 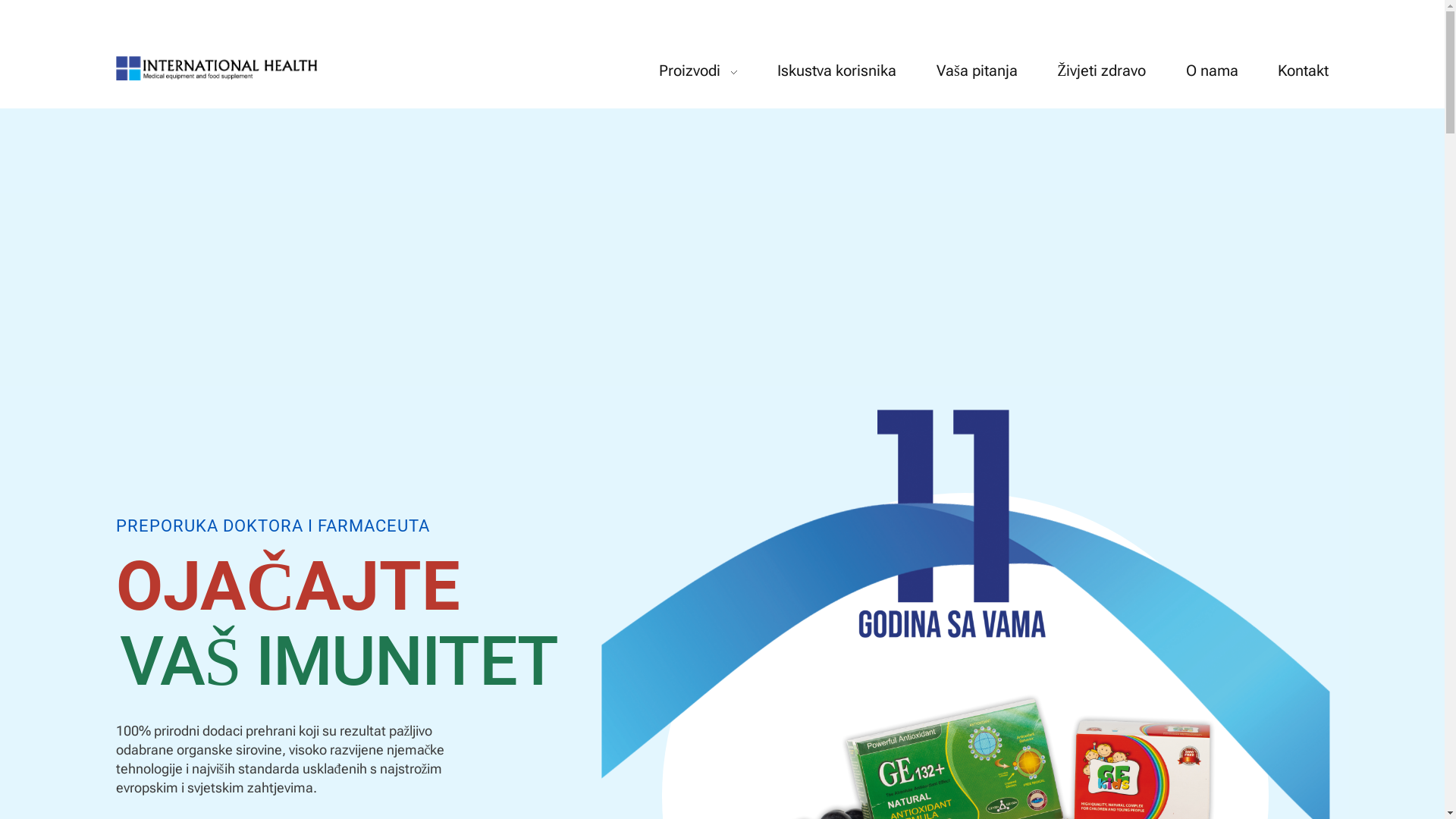 I want to click on 'Proizvodi', so click(x=658, y=70).